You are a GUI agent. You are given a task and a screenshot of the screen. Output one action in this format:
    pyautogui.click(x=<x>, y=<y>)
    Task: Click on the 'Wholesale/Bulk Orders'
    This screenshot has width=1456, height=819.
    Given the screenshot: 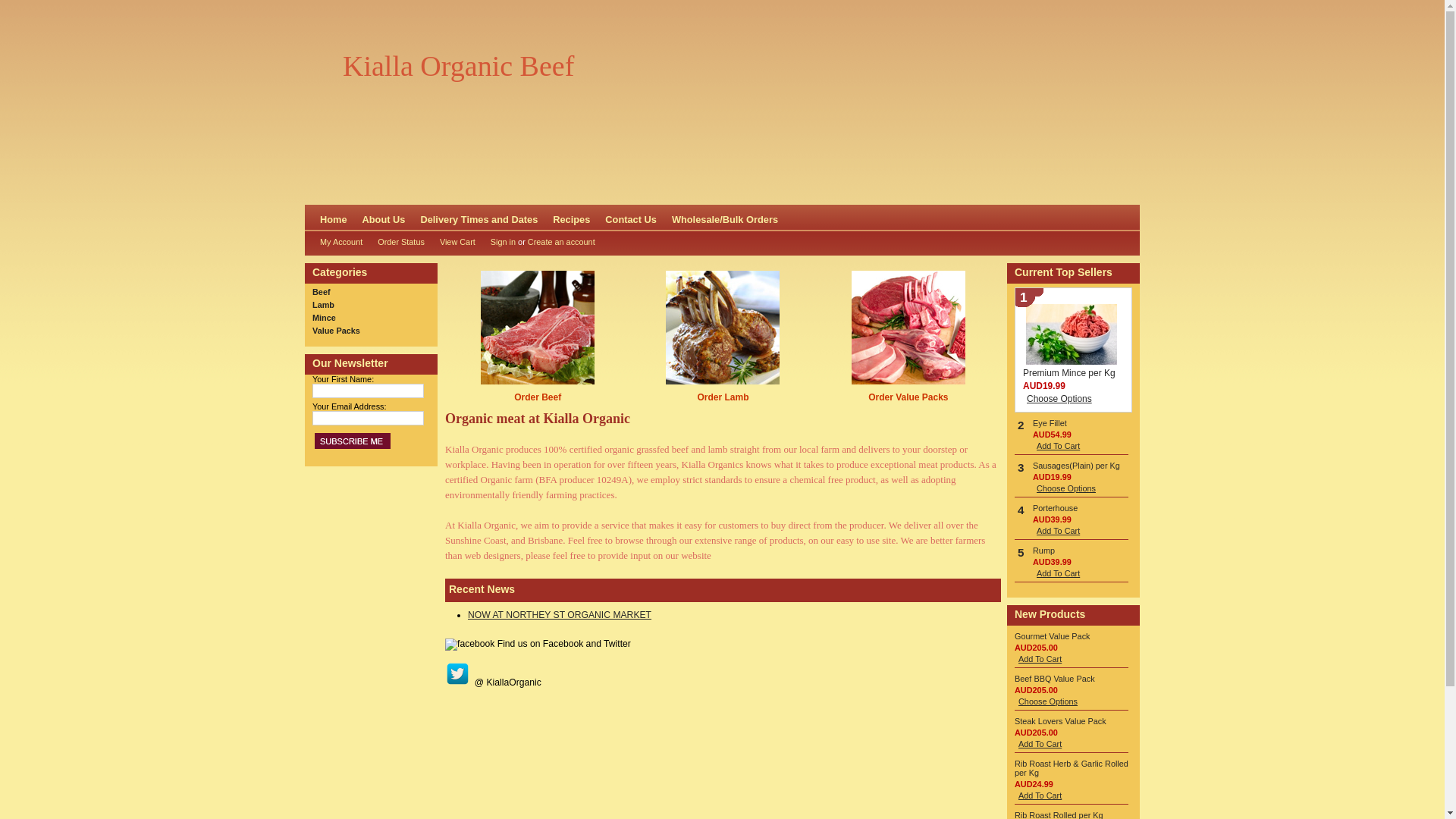 What is the action you would take?
    pyautogui.click(x=723, y=218)
    